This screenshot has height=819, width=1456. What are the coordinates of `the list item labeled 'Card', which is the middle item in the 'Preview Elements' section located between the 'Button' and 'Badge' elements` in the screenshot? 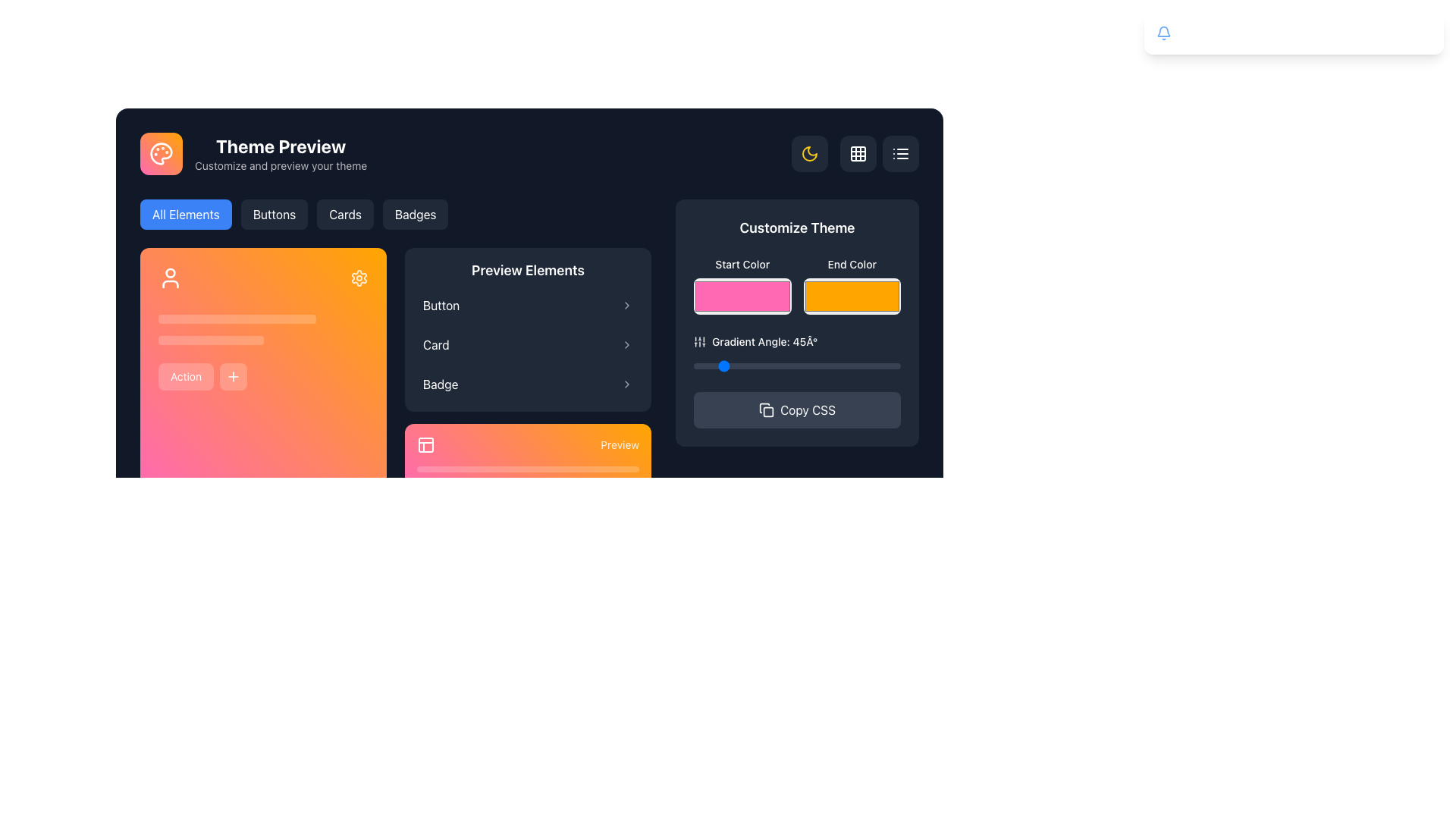 It's located at (528, 345).